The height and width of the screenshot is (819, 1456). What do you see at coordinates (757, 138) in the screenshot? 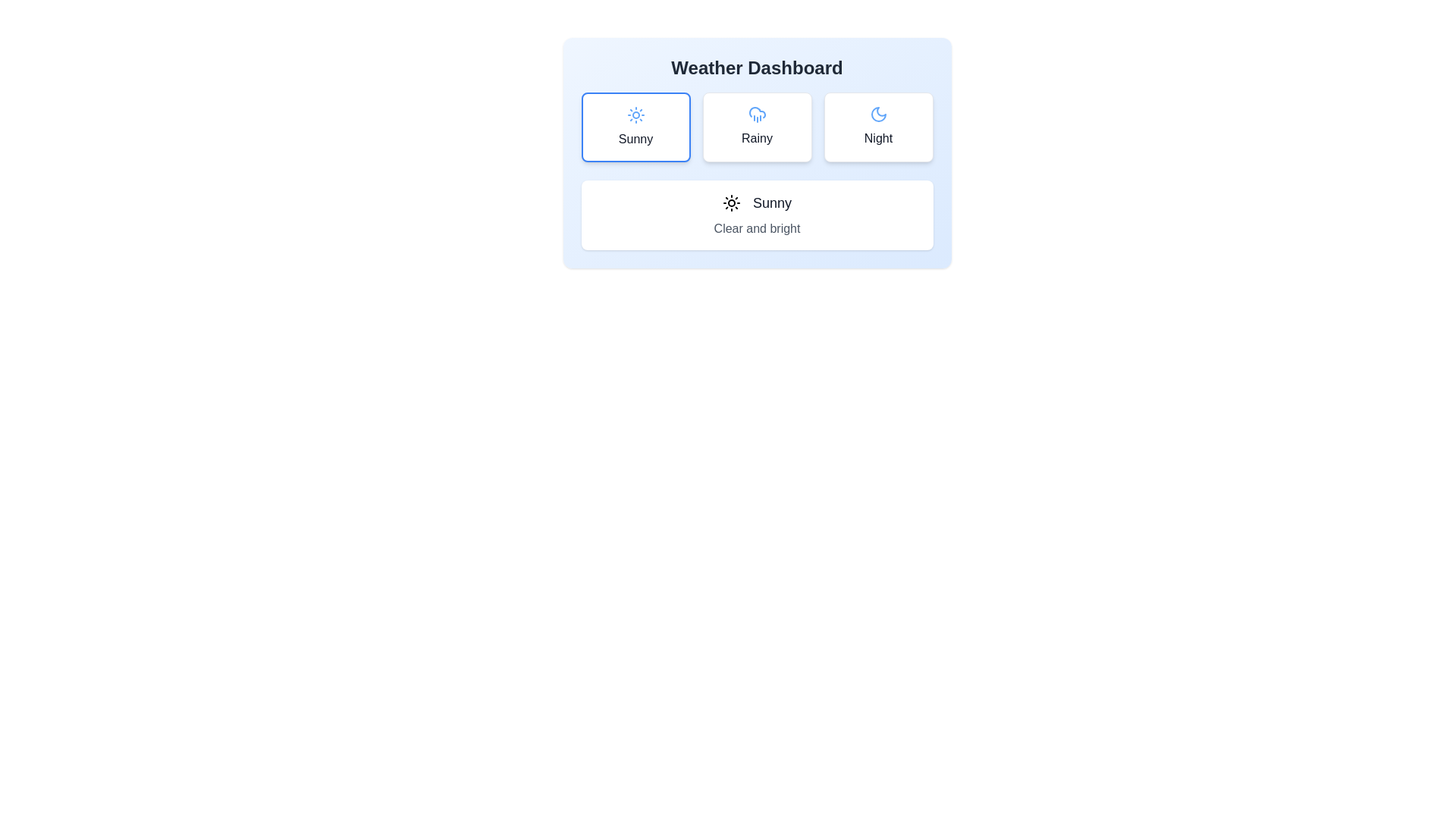
I see `the text label displaying 'Rainy' in bold gray font, located in the middle column of the weather selection interface` at bounding box center [757, 138].